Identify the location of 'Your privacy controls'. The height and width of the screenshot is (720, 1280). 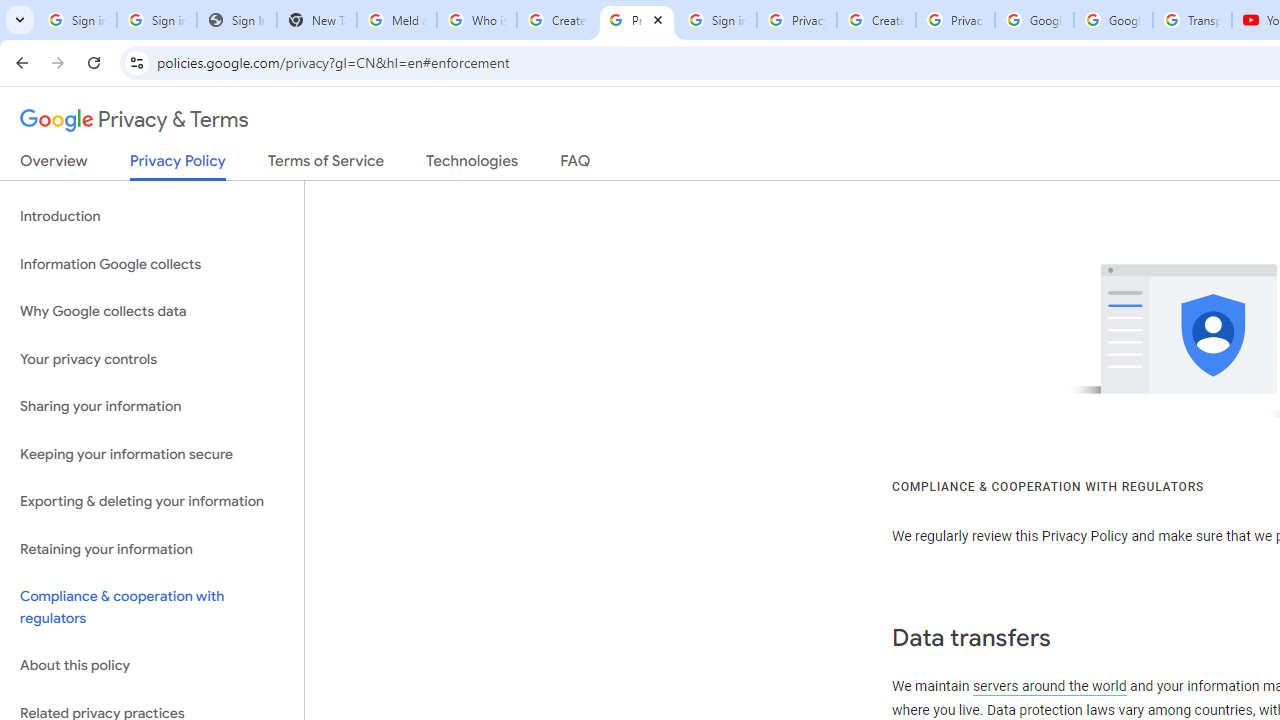
(151, 358).